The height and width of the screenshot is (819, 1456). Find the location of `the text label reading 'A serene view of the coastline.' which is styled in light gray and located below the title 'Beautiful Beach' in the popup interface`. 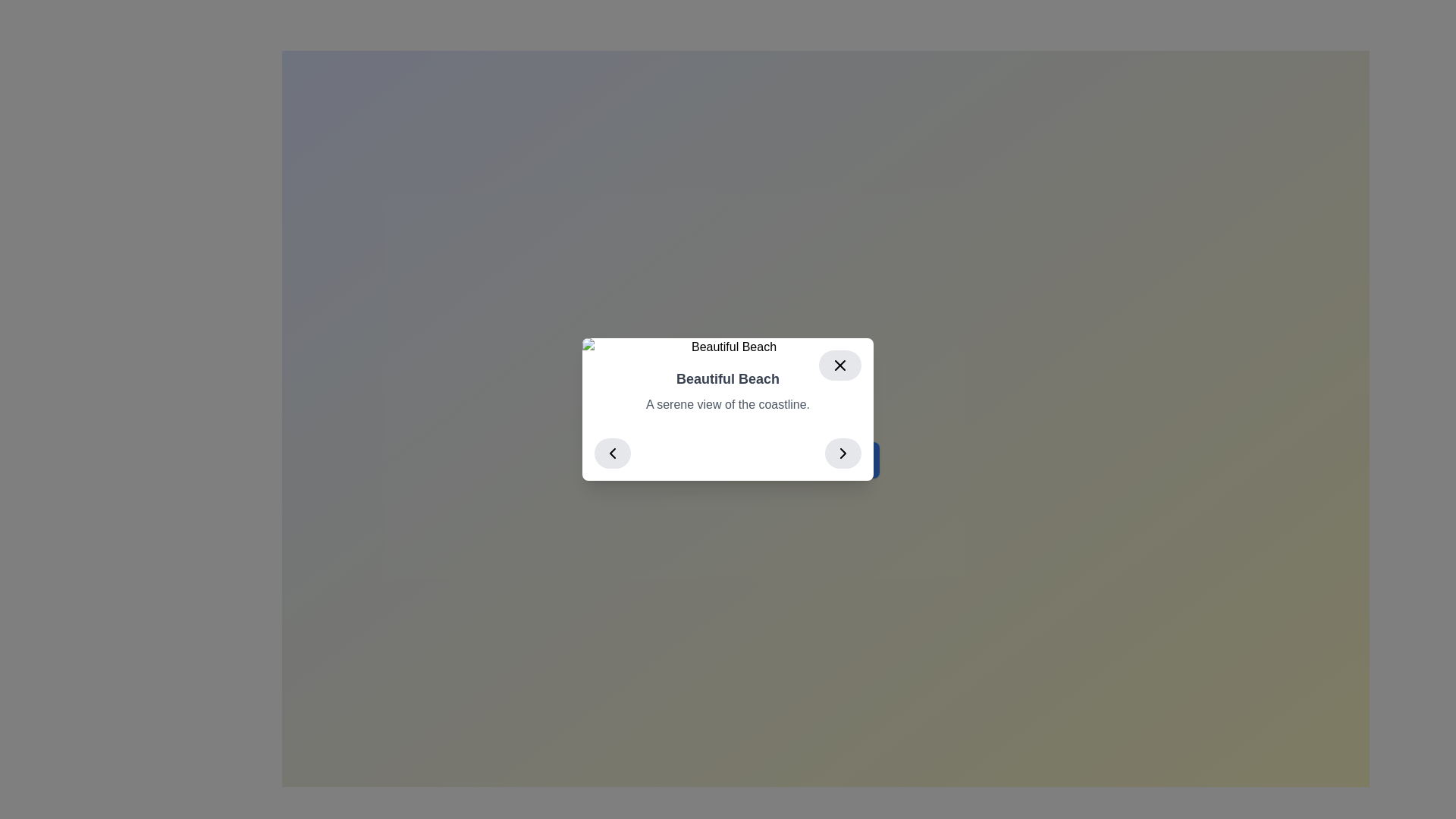

the text label reading 'A serene view of the coastline.' which is styled in light gray and located below the title 'Beautiful Beach' in the popup interface is located at coordinates (728, 403).